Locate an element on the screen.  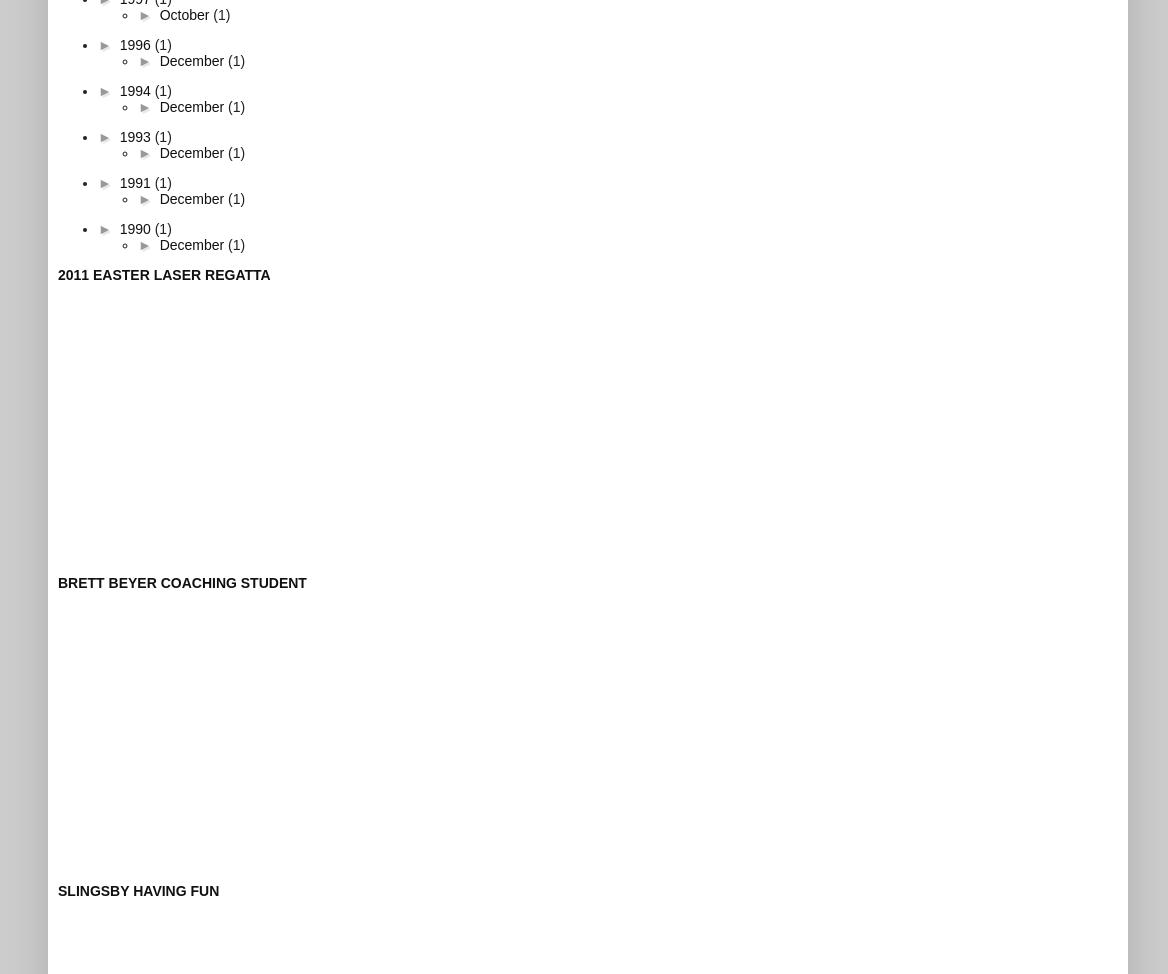
'Brett Beyer Coaching Student' is located at coordinates (181, 580).